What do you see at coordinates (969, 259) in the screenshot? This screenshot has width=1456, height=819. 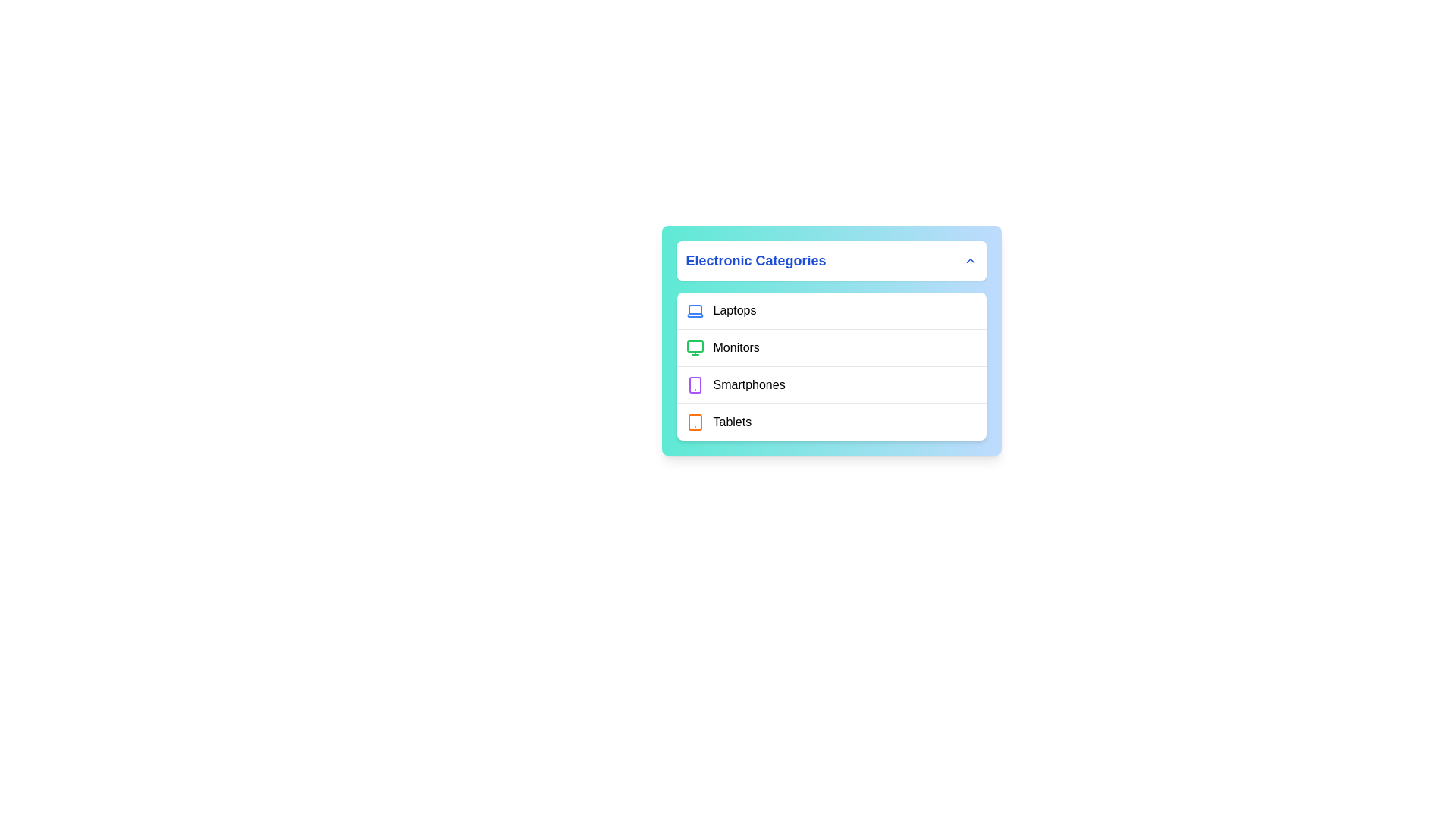 I see `the chevron icon at the far right of the 'Electronic Categories' header` at bounding box center [969, 259].